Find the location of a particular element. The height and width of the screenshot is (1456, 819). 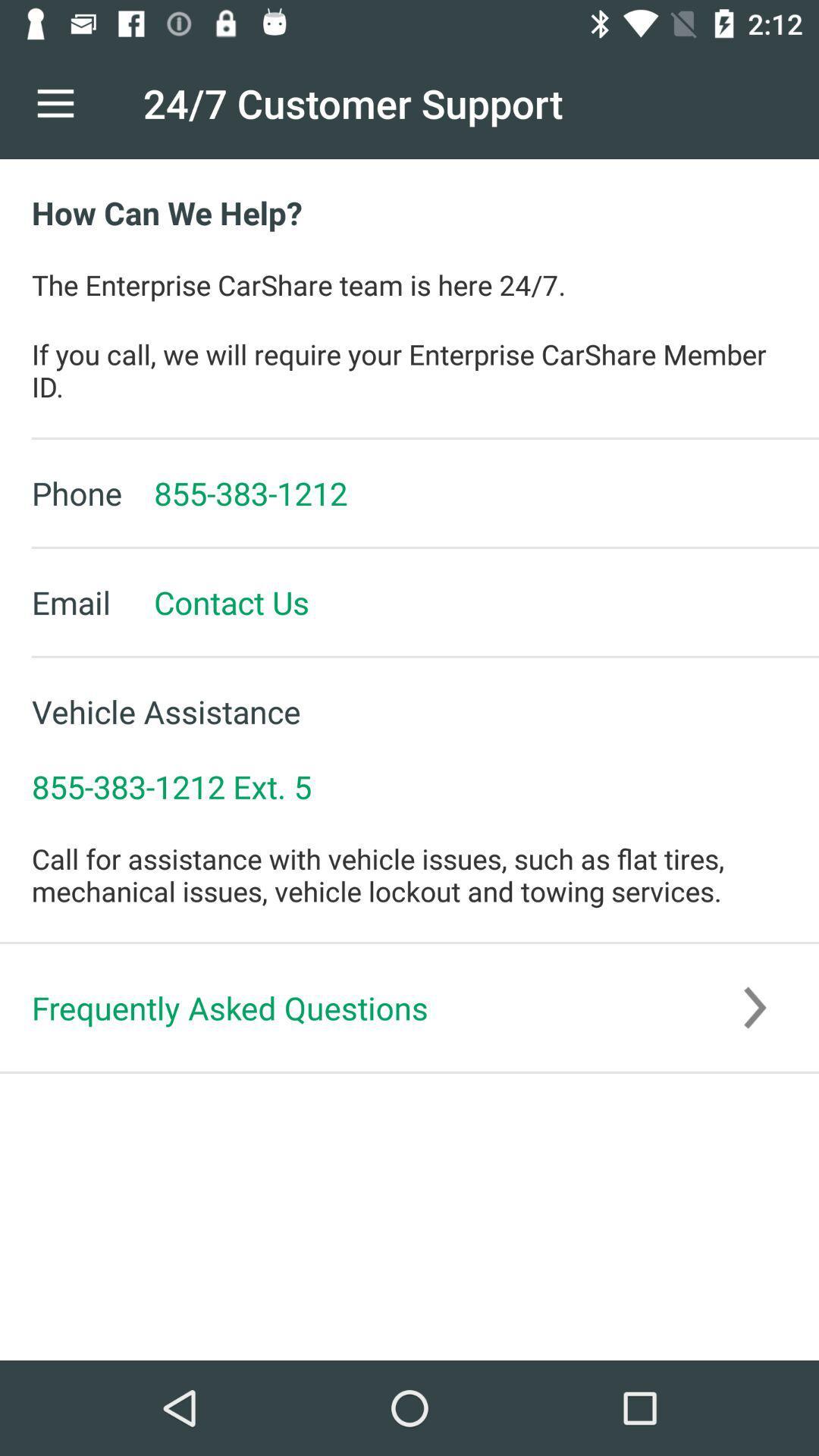

item to the right of the email icon is located at coordinates (215, 601).